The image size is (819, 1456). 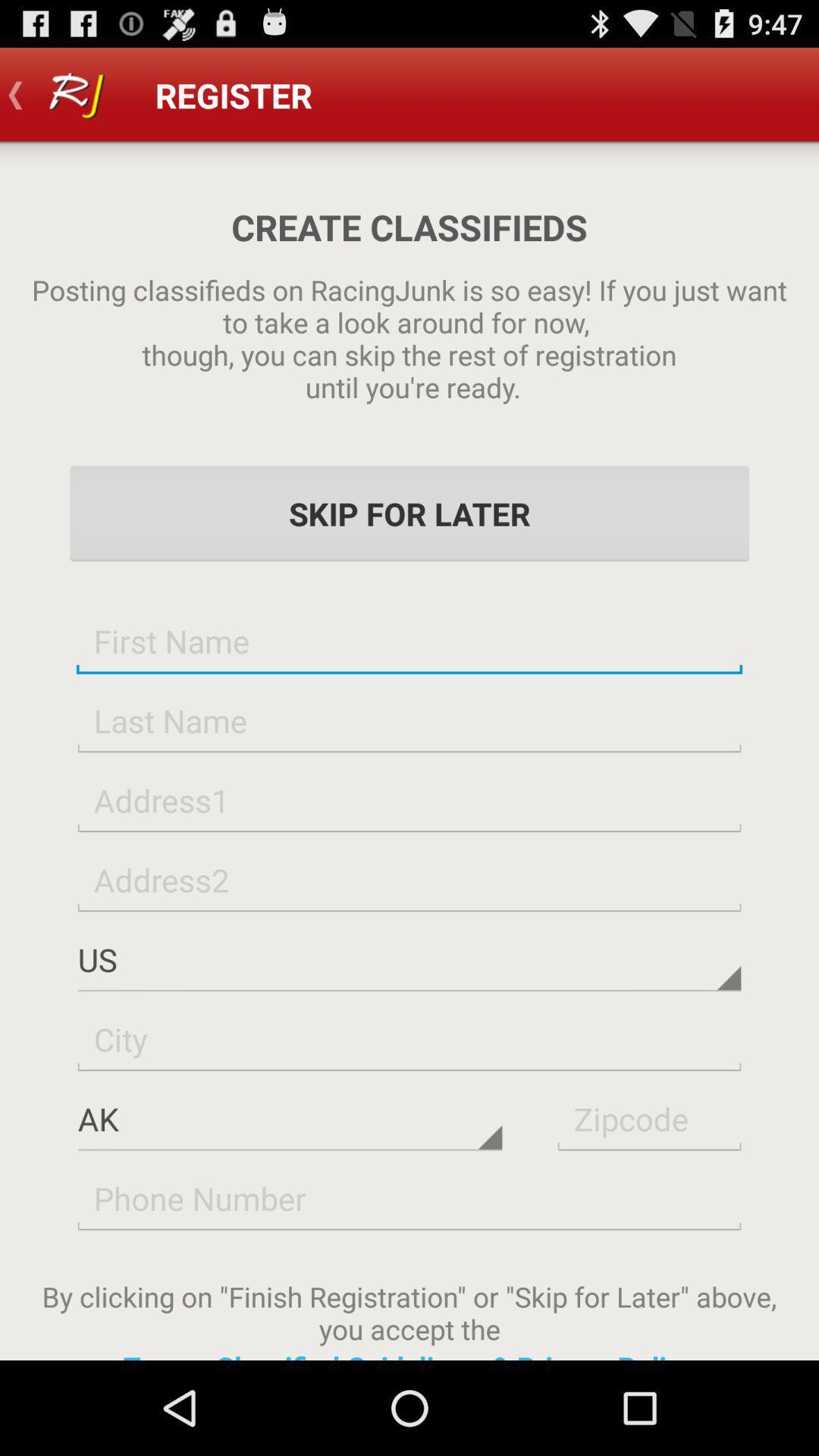 I want to click on last name, so click(x=409, y=720).